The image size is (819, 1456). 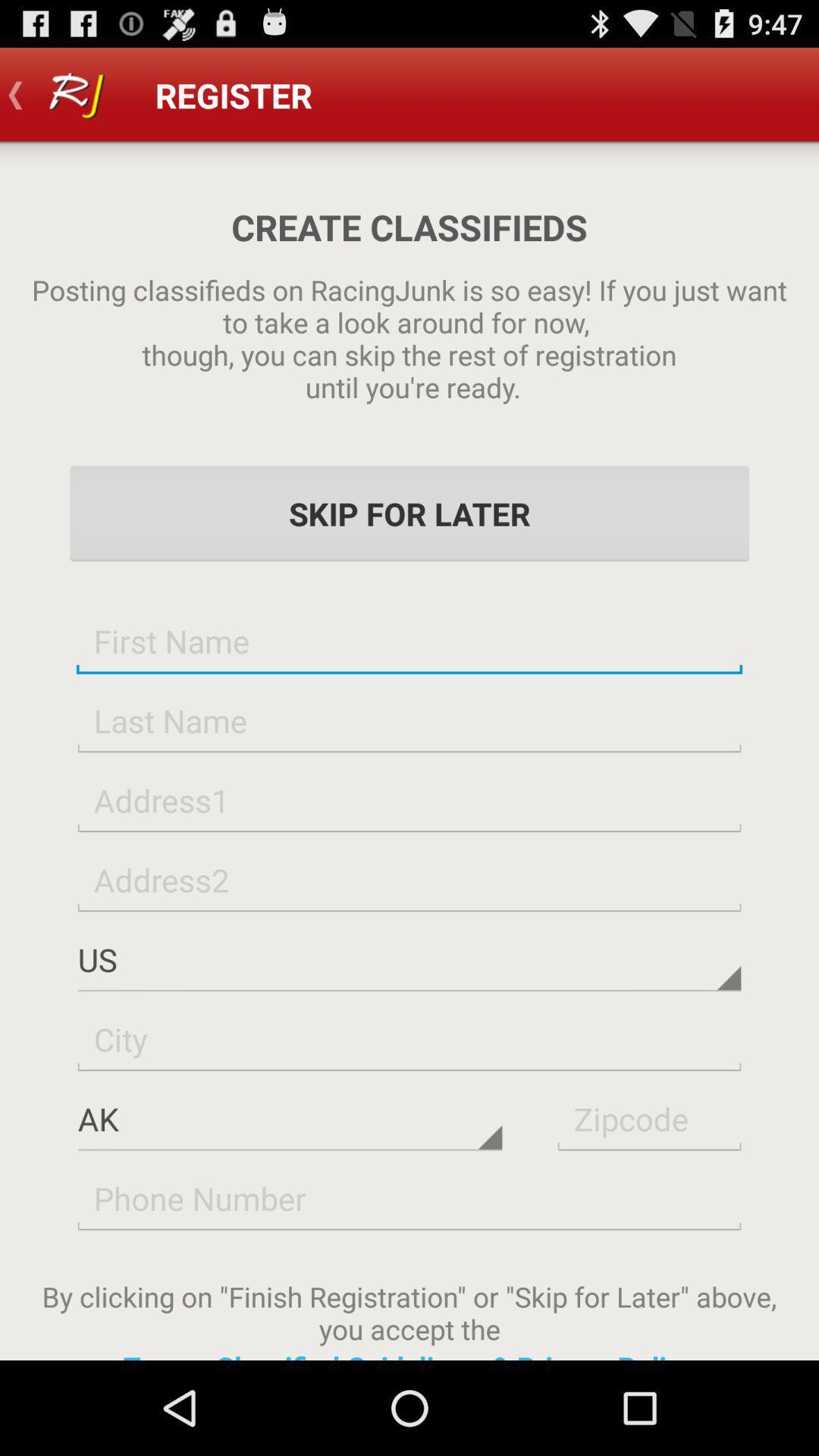 I want to click on last name, so click(x=409, y=720).